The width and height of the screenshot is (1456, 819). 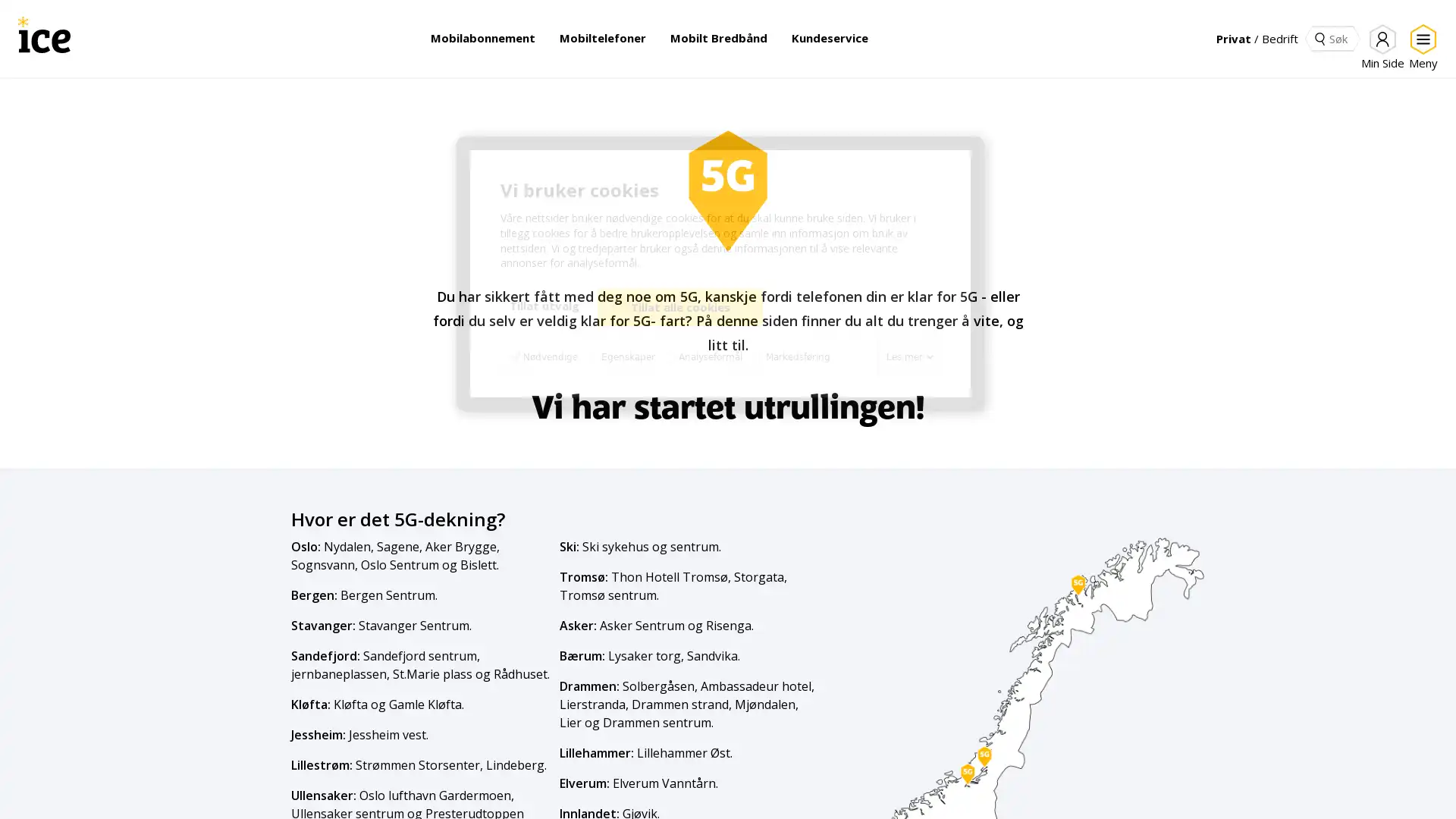 What do you see at coordinates (1319, 37) in the screenshot?
I see `Sk` at bounding box center [1319, 37].